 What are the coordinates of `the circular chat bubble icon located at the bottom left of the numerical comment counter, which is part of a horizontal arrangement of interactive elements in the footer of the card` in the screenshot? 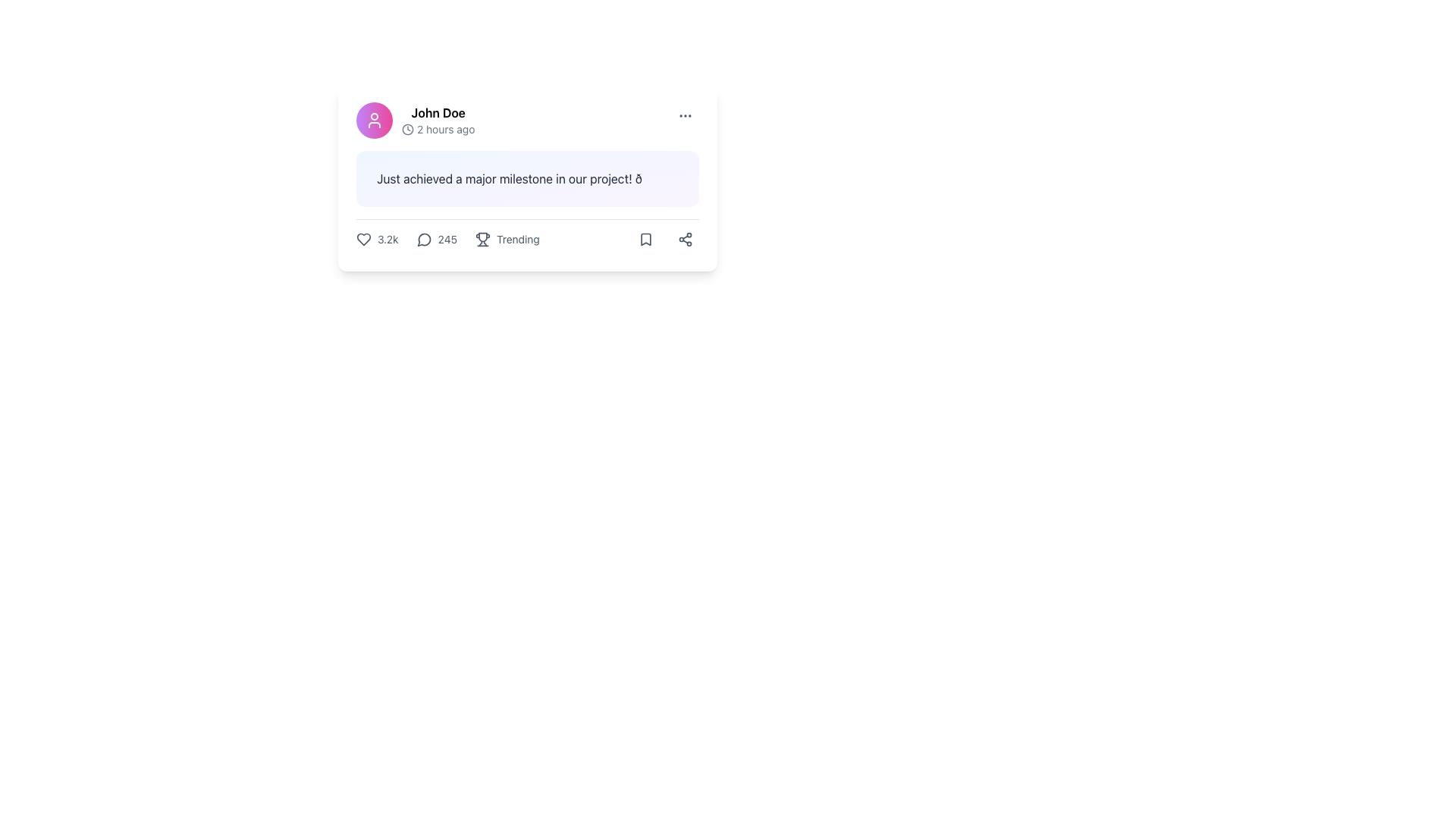 It's located at (424, 239).